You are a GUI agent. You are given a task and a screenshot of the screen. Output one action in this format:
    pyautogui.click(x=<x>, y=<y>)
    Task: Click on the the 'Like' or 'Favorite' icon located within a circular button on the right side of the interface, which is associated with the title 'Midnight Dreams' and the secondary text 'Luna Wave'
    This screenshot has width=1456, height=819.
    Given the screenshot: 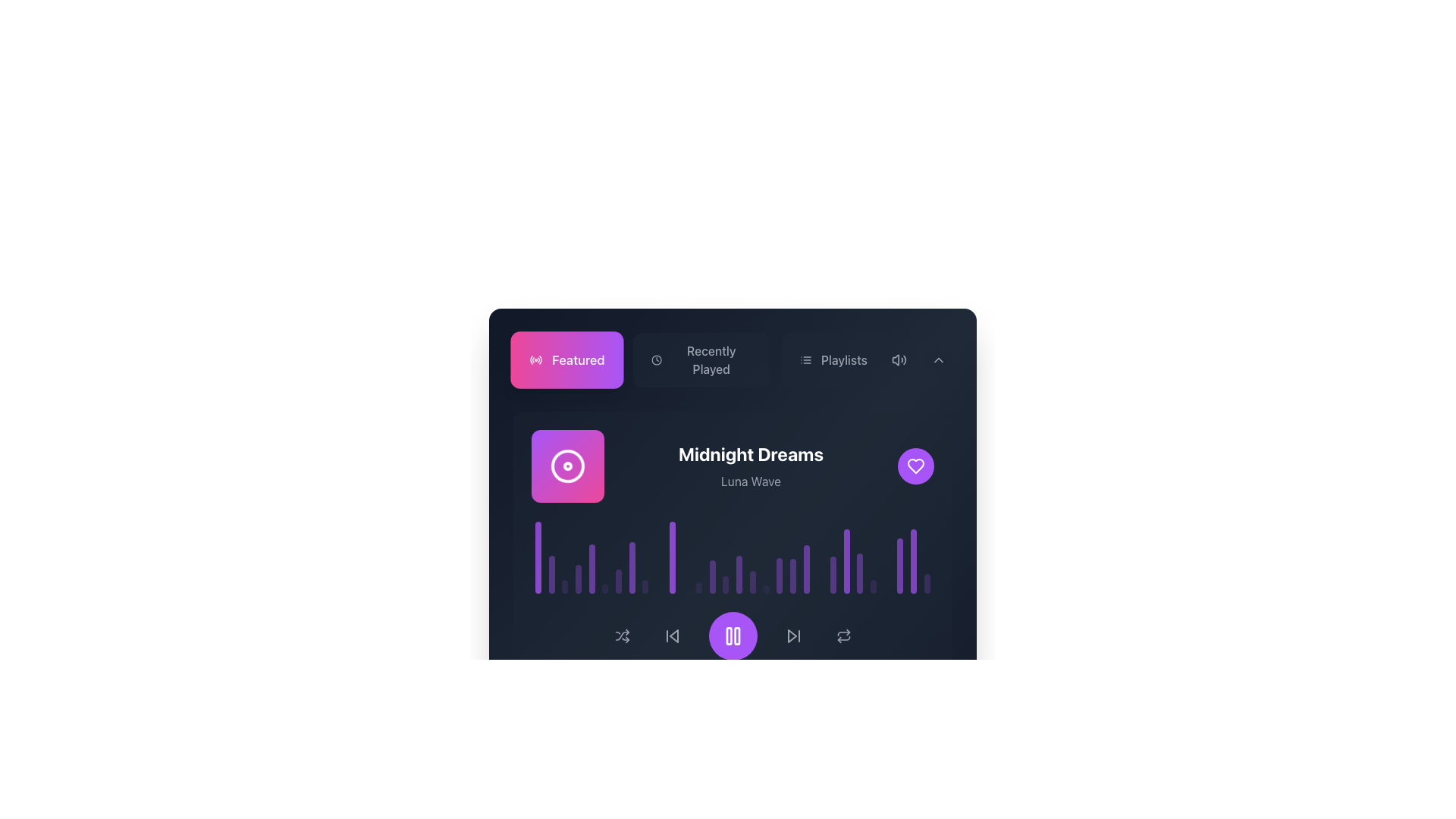 What is the action you would take?
    pyautogui.click(x=915, y=465)
    